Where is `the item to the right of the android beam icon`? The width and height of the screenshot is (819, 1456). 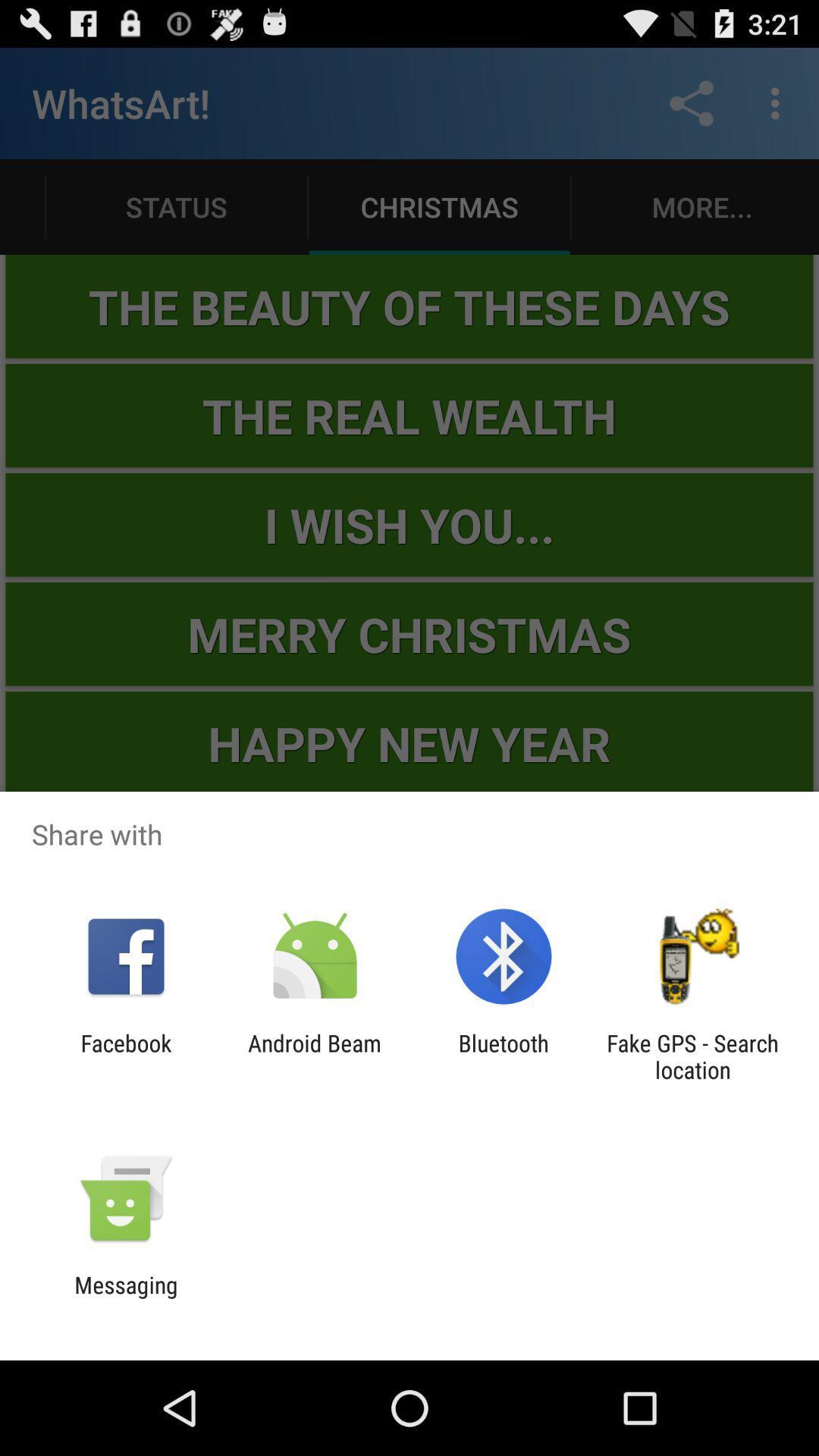 the item to the right of the android beam icon is located at coordinates (504, 1056).